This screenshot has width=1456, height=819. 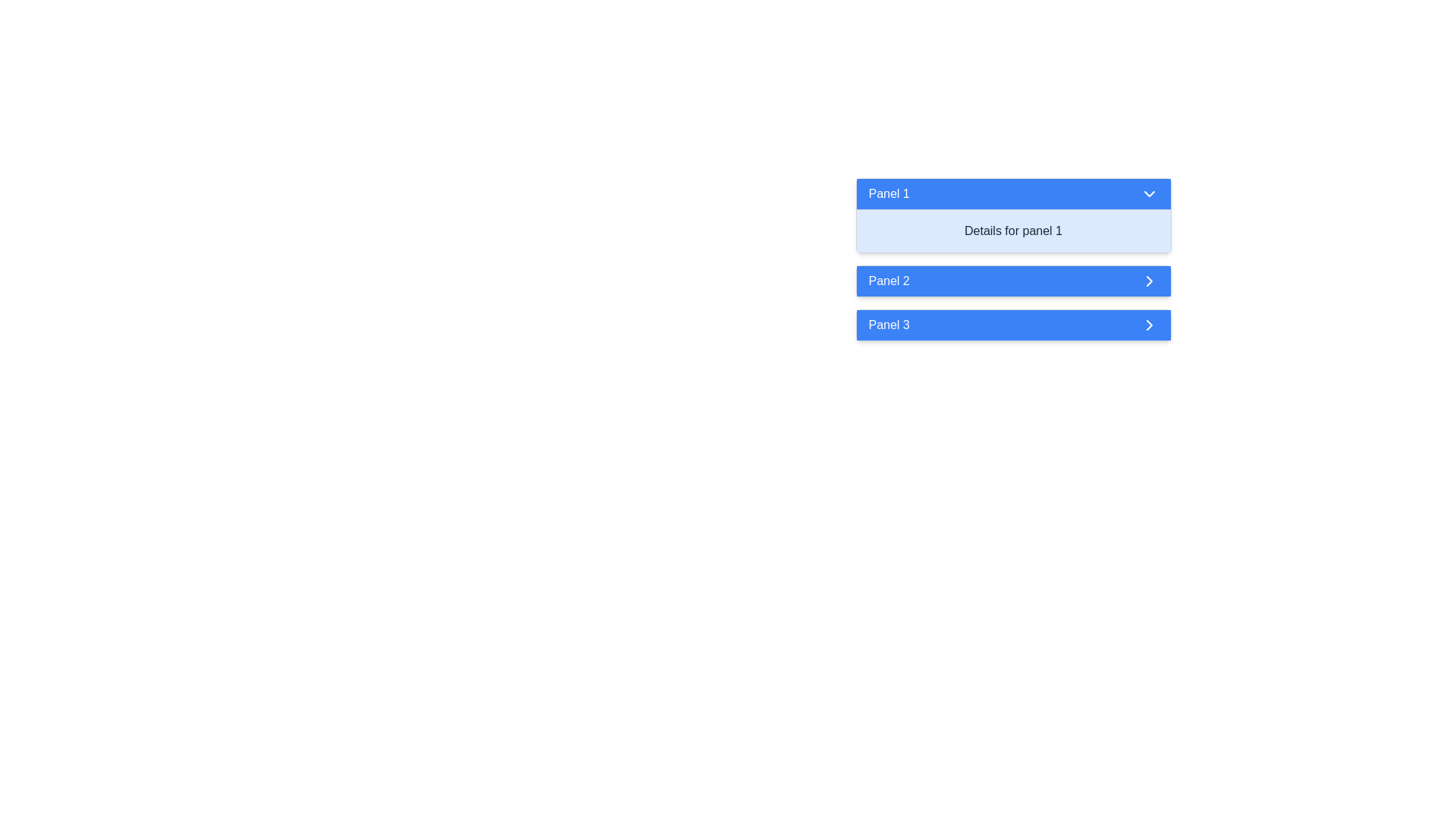 What do you see at coordinates (1013, 324) in the screenshot?
I see `the navigational button labeled 'Panel 3'` at bounding box center [1013, 324].